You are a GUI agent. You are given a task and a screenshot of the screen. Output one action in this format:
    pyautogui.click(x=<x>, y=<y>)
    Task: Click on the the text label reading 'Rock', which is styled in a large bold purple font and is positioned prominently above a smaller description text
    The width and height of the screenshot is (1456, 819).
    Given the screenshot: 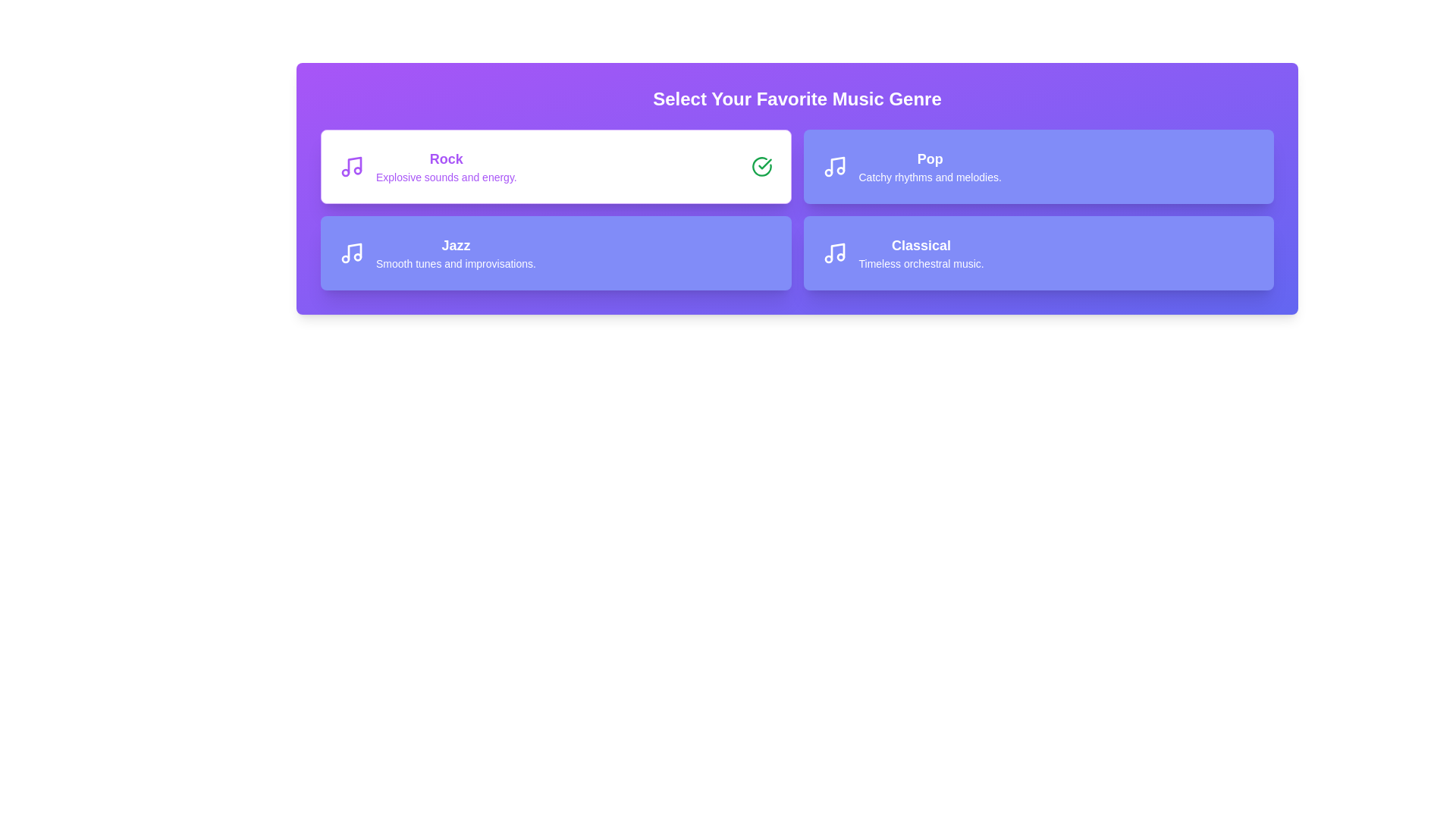 What is the action you would take?
    pyautogui.click(x=445, y=158)
    